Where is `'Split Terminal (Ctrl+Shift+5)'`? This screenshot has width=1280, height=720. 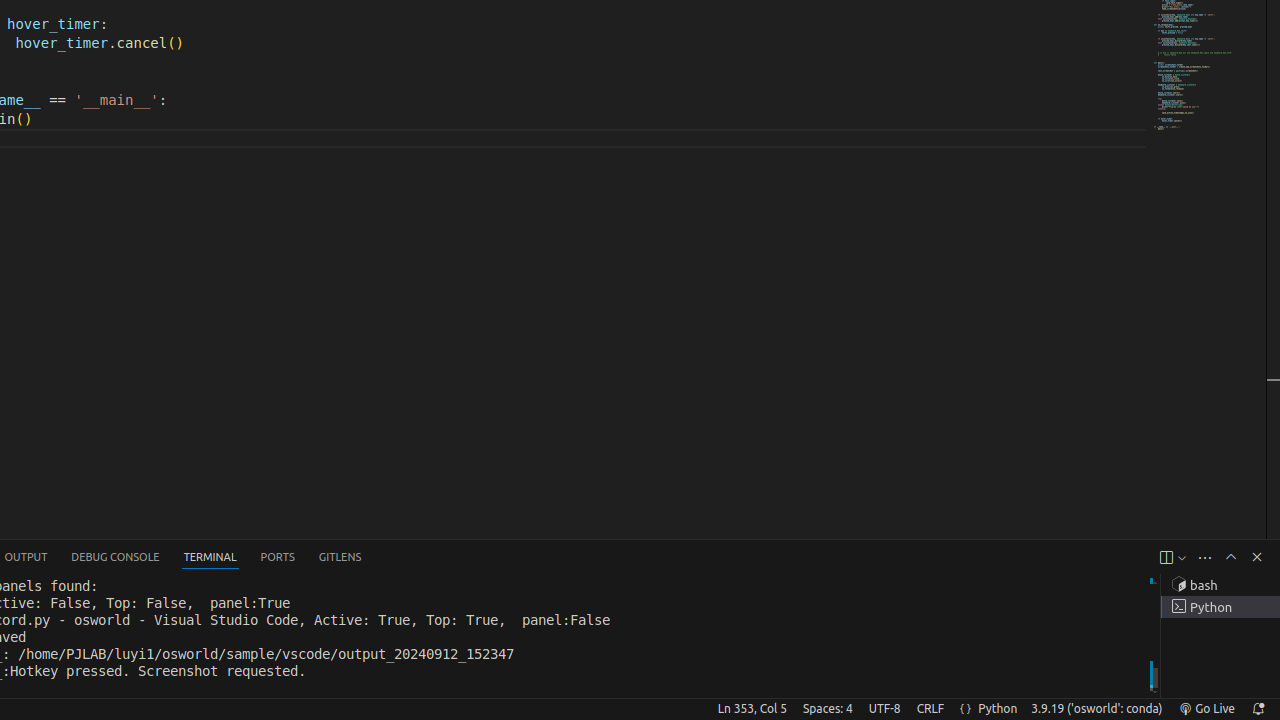 'Split Terminal (Ctrl+Shift+5)' is located at coordinates (1165, 557).